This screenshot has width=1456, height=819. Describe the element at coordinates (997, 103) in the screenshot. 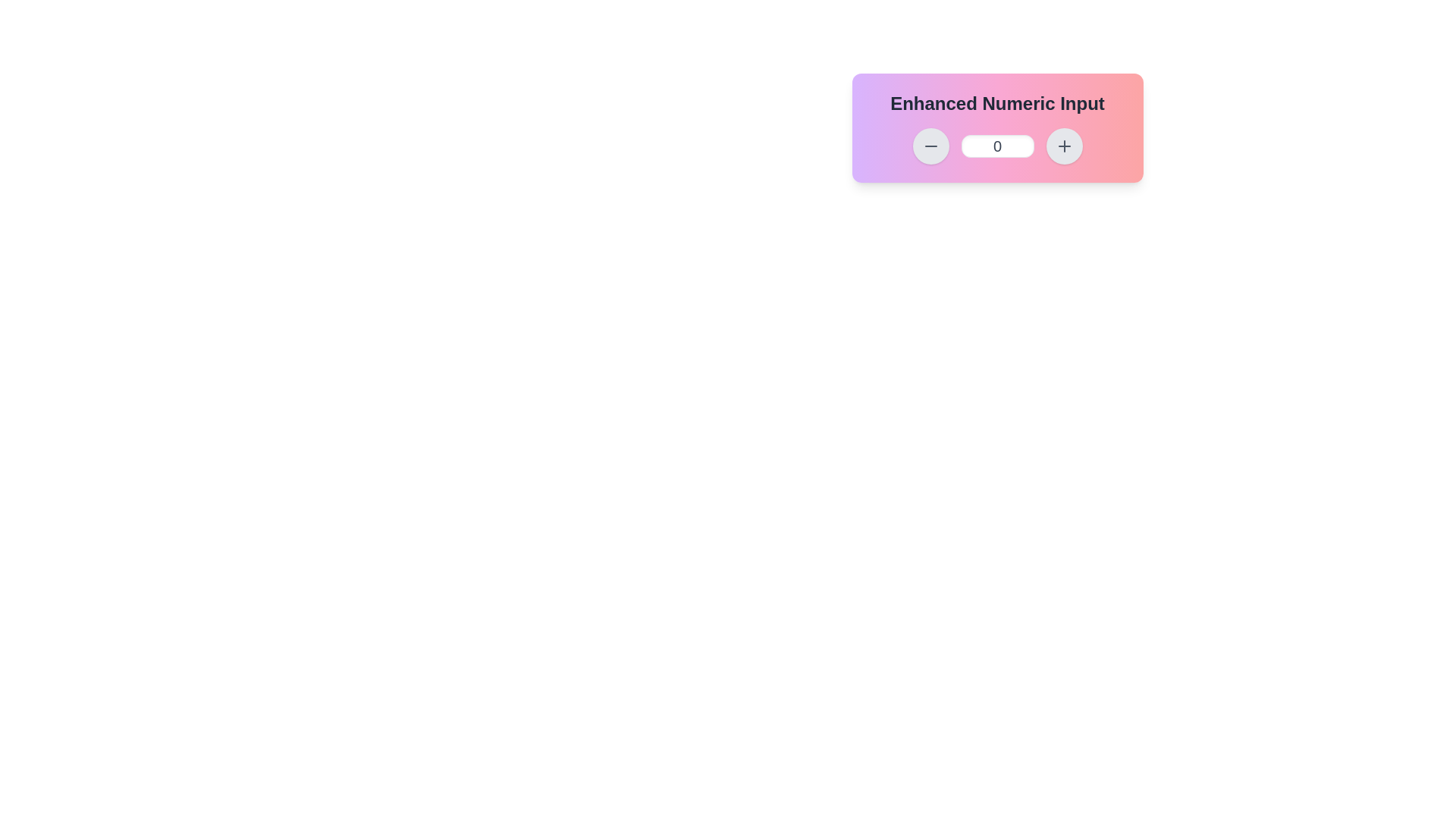

I see `the static text headline displaying 'Enhanced Numeric Input', which is bold, large, and centered at the top of the interface with a gradient background` at that location.